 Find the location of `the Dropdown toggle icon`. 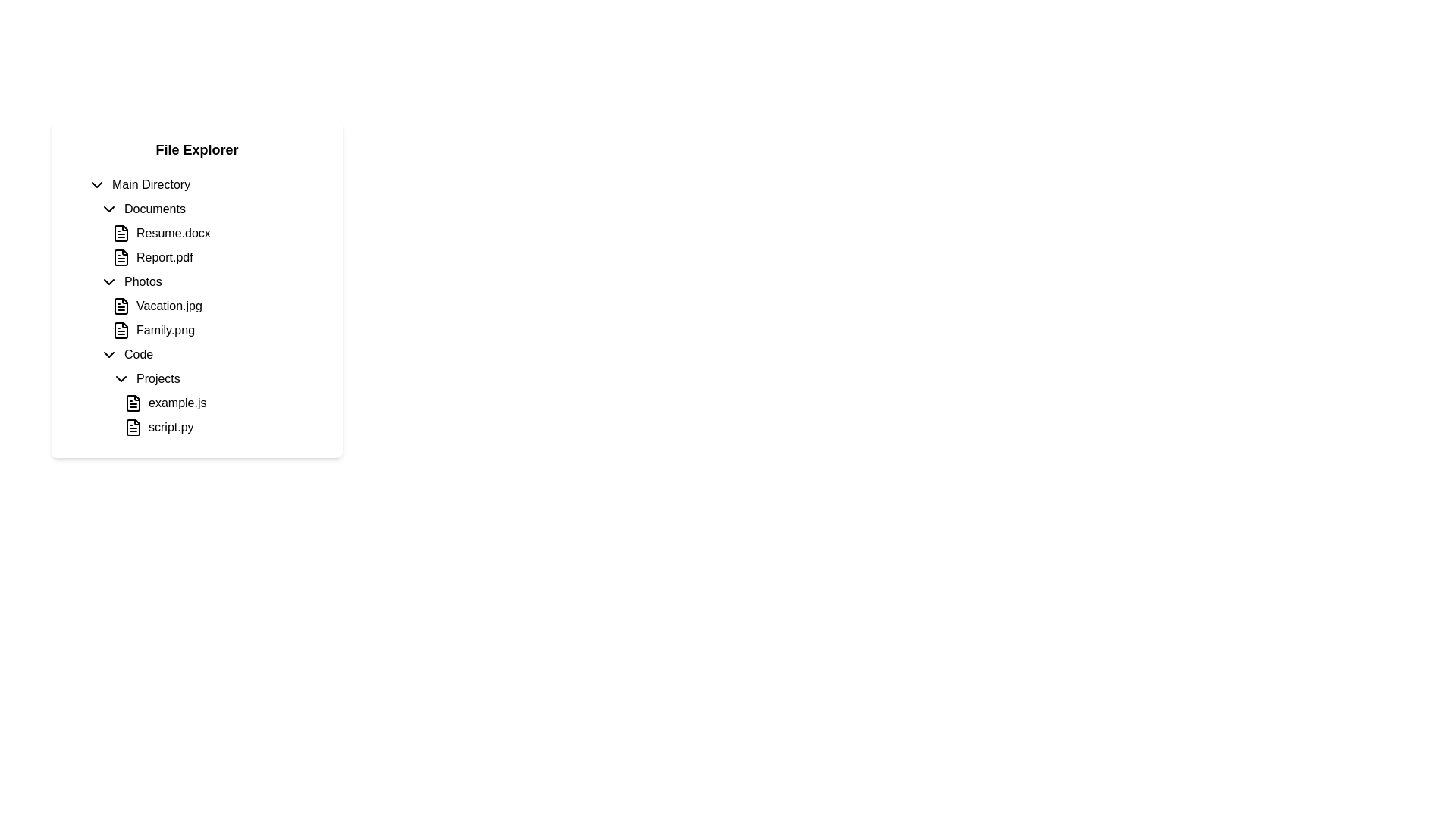

the Dropdown toggle icon is located at coordinates (120, 378).